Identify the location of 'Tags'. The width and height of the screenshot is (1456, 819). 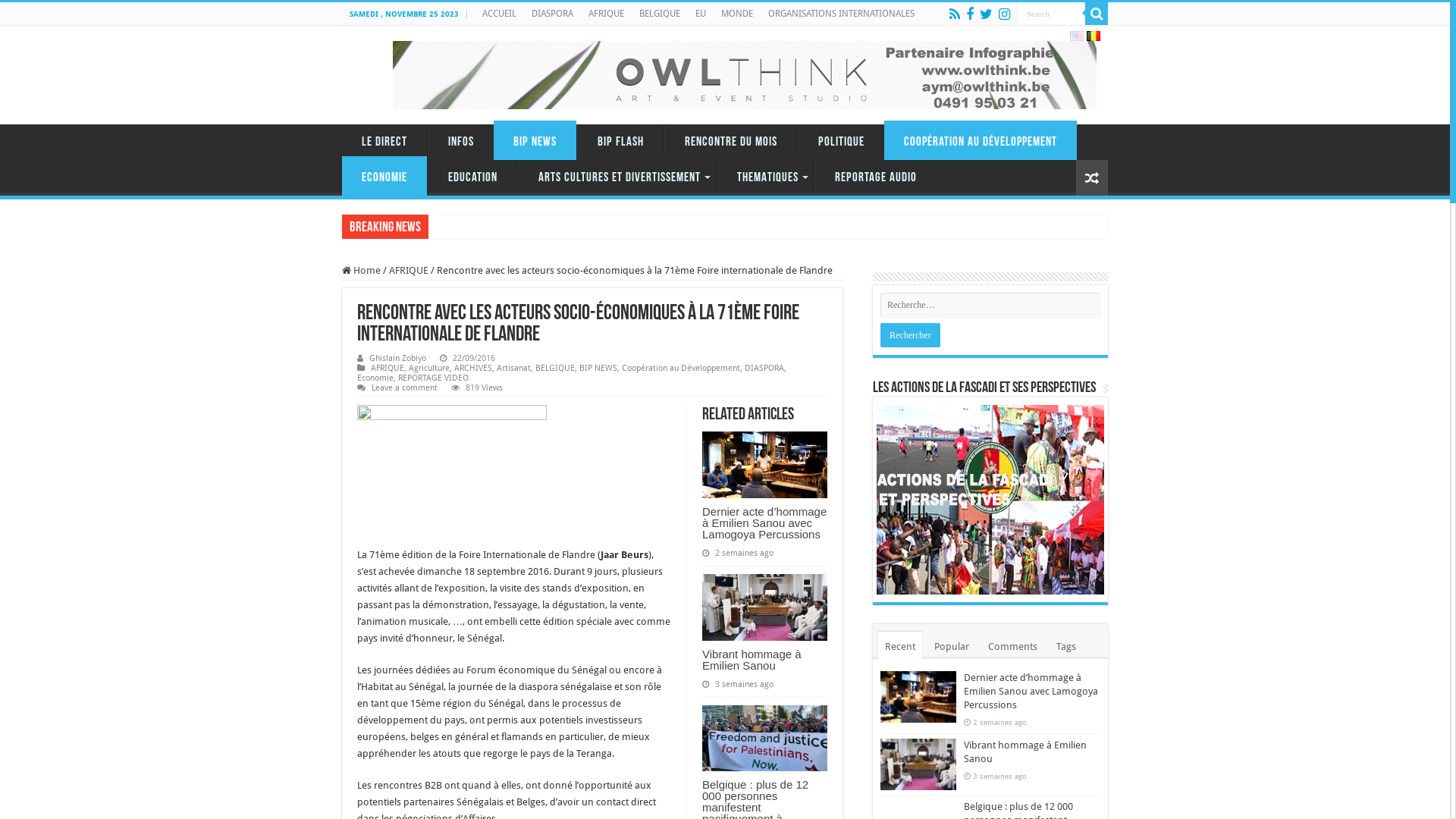
(1048, 645).